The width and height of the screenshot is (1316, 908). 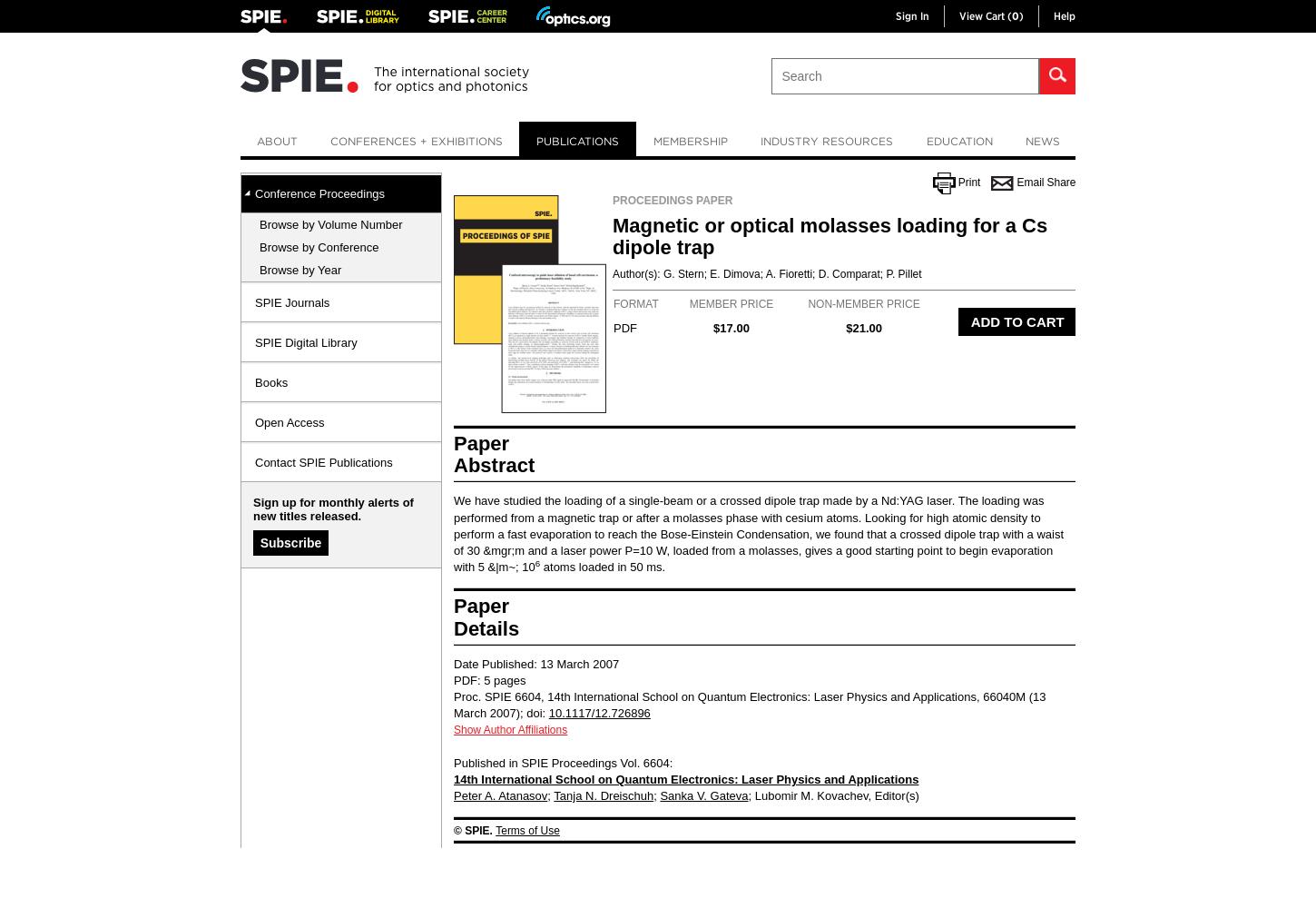 I want to click on 'Show Author Affiliations', so click(x=510, y=730).